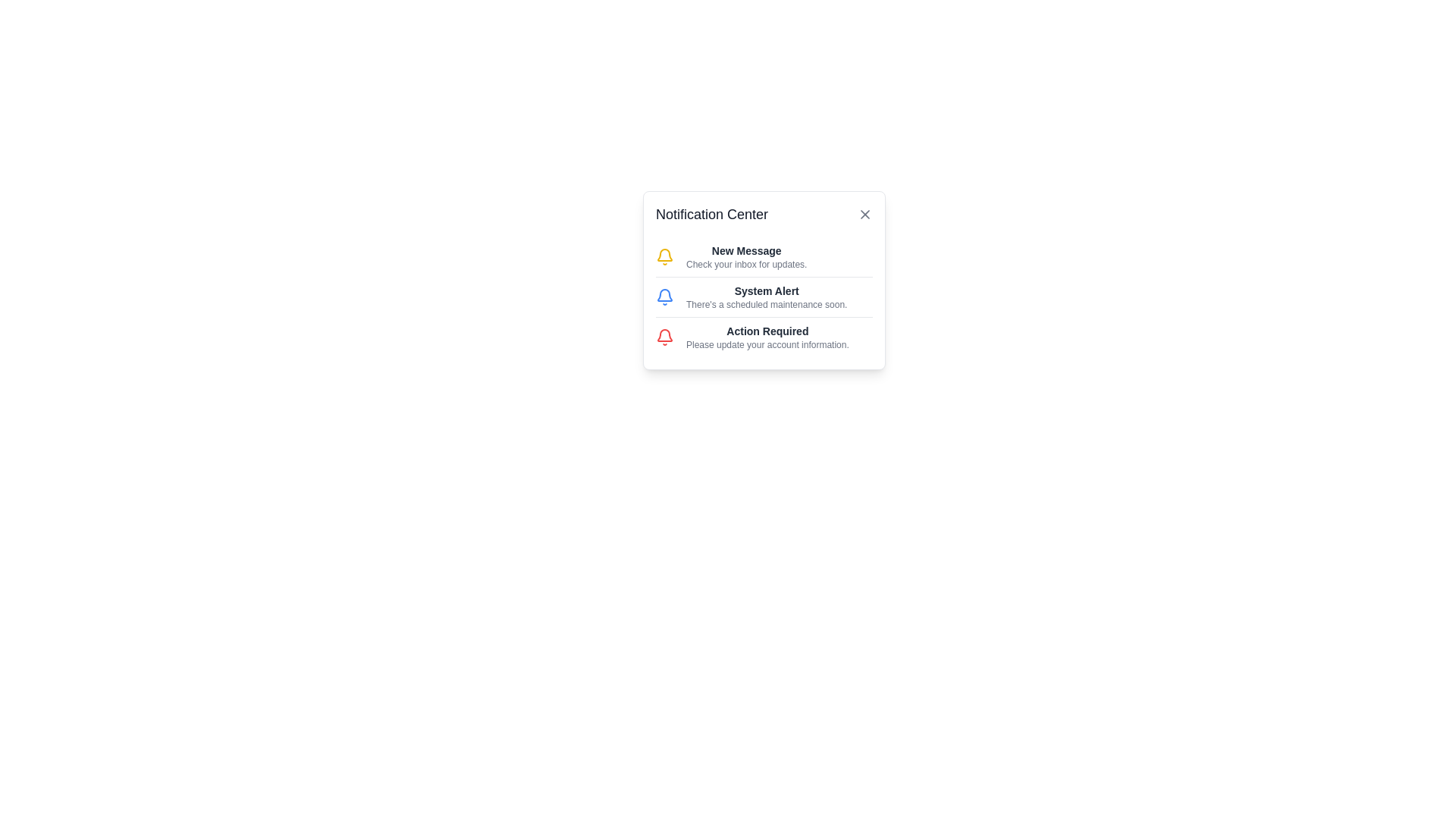  What do you see at coordinates (665, 336) in the screenshot?
I see `the red bell-shaped icon located at the leftmost position in the 'Action Required' row, which prompts to update account information` at bounding box center [665, 336].